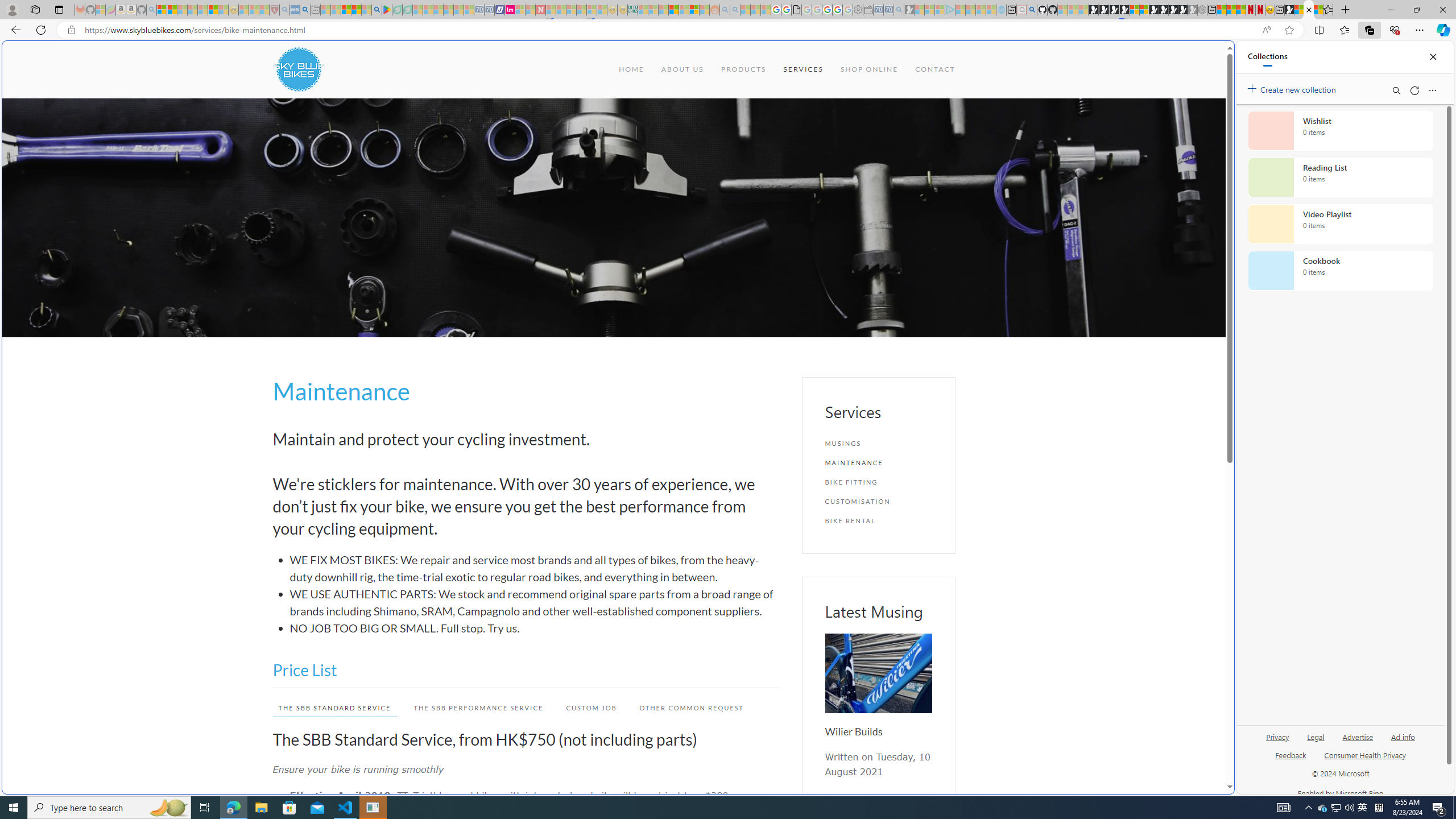  Describe the element at coordinates (630, 68) in the screenshot. I see `'HOME'` at that location.